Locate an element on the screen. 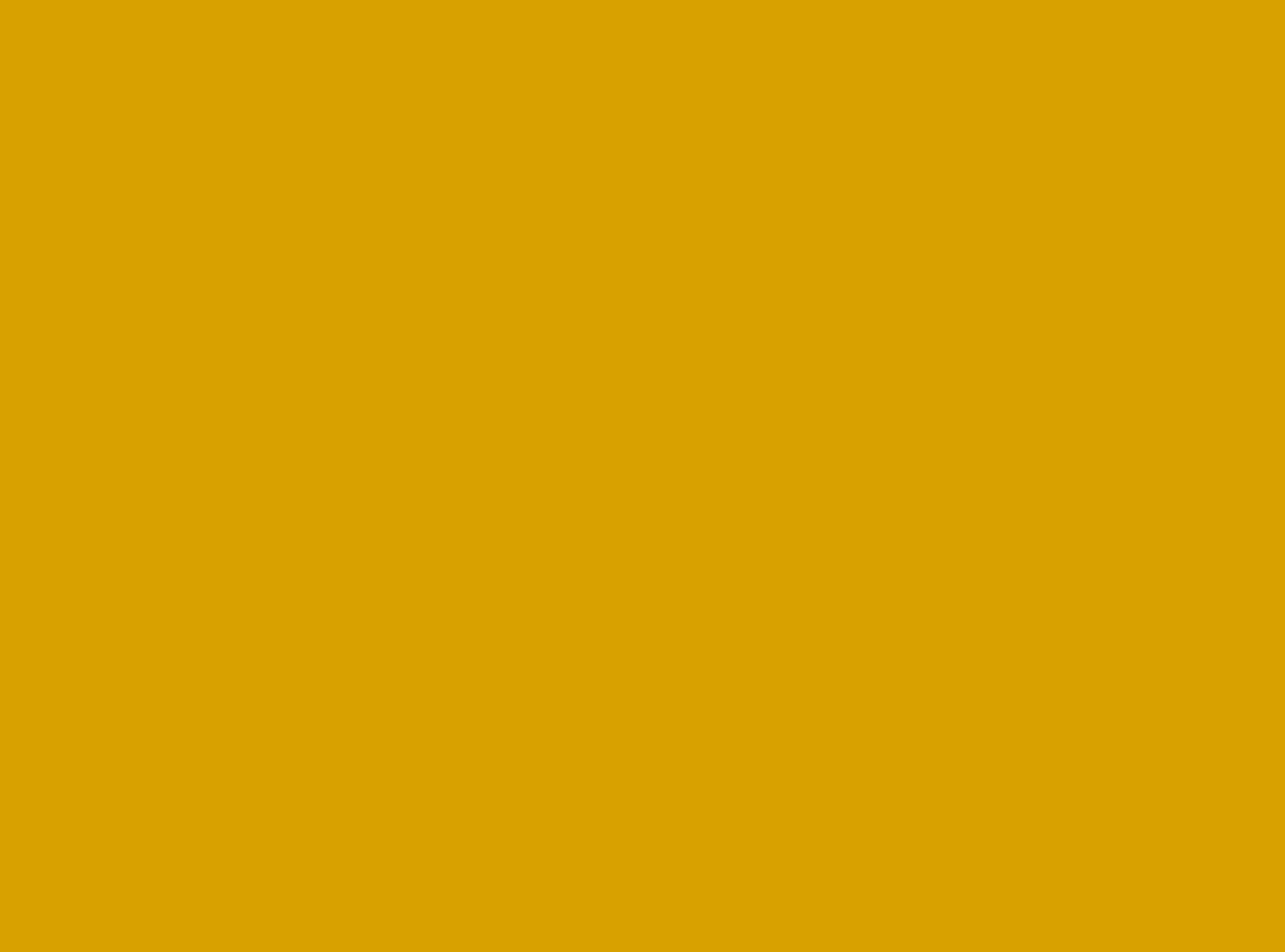  'SEARED TURMERIC CHICKEN BREAST' is located at coordinates (340, 722).